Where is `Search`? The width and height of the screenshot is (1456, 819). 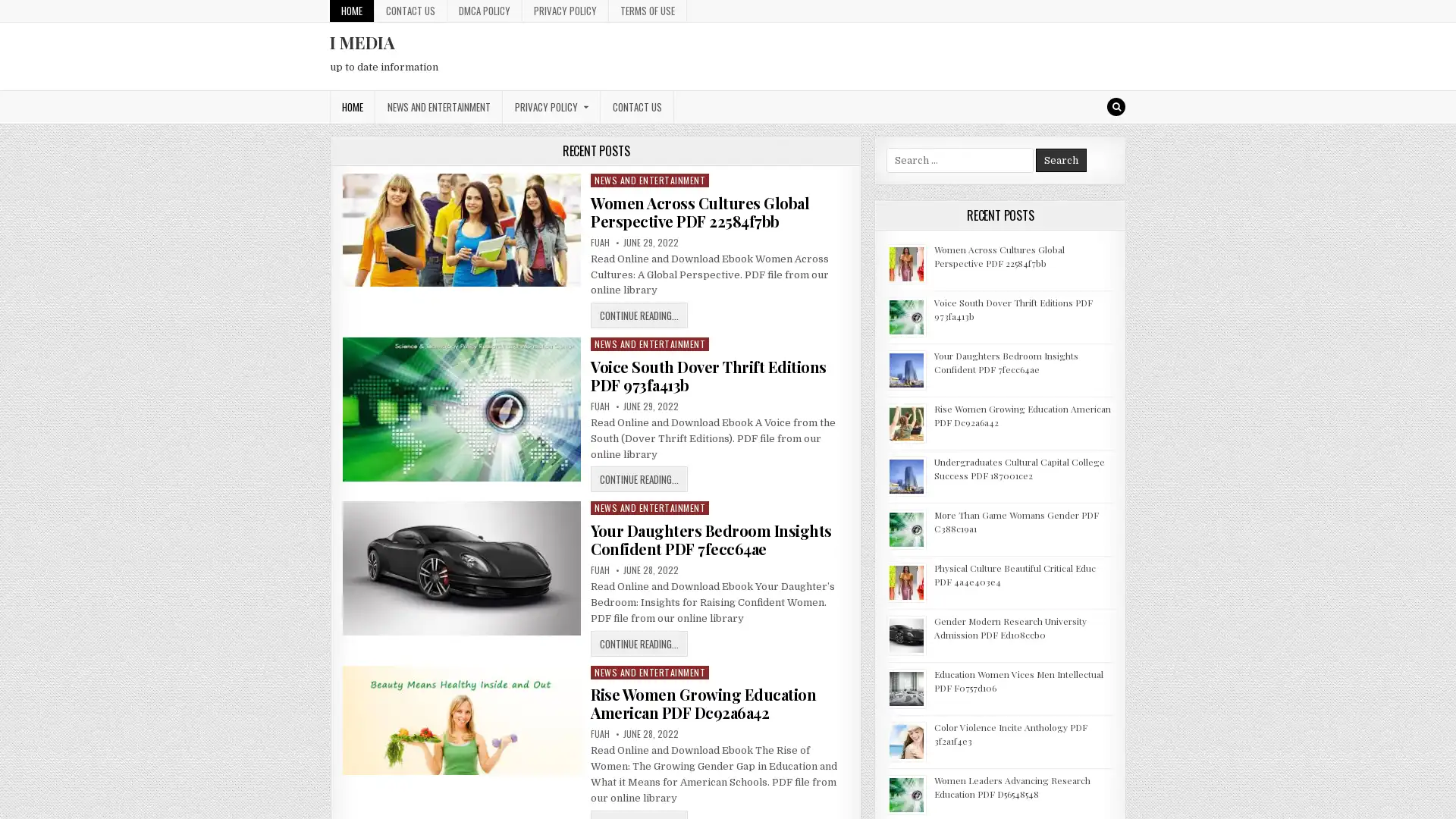
Search is located at coordinates (1060, 160).